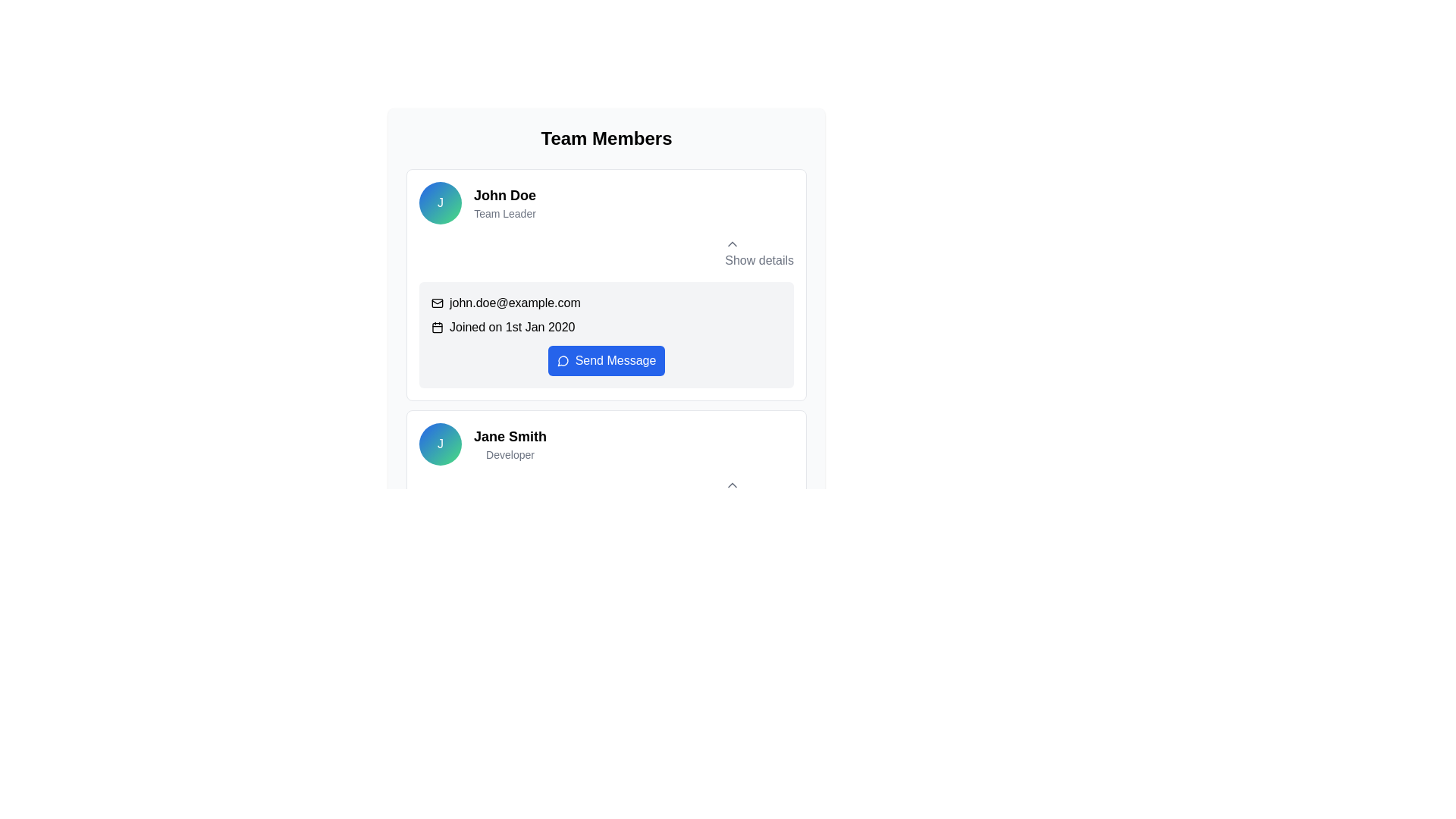 This screenshot has height=819, width=1456. I want to click on the upward-pointing gray chevron icon located in the top-right corner of the user profile card, which is part of the 'Show details' section, to receive additional visual feedback, so click(733, 485).